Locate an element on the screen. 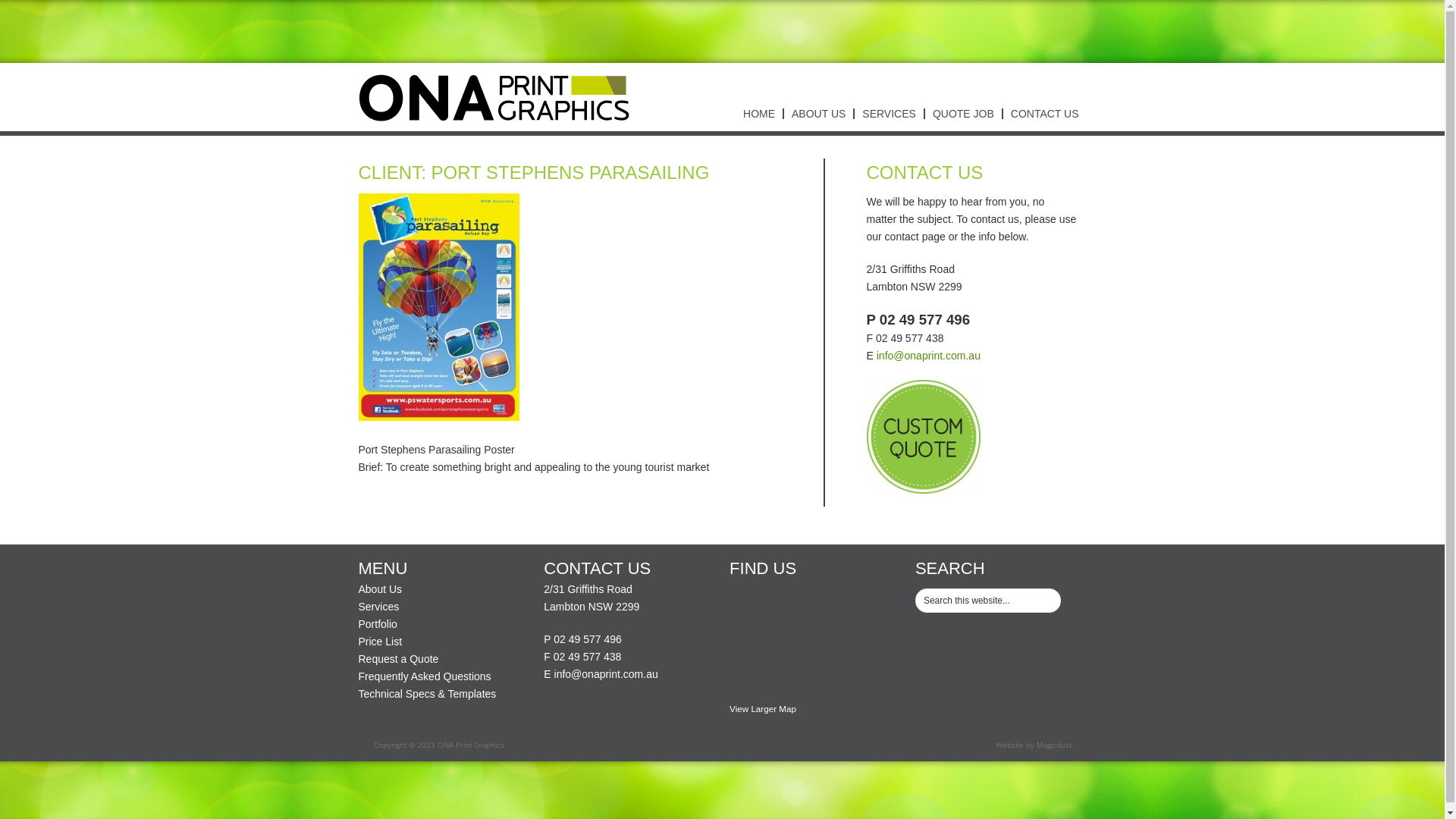 This screenshot has width=1456, height=819. 'Services' is located at coordinates (378, 605).